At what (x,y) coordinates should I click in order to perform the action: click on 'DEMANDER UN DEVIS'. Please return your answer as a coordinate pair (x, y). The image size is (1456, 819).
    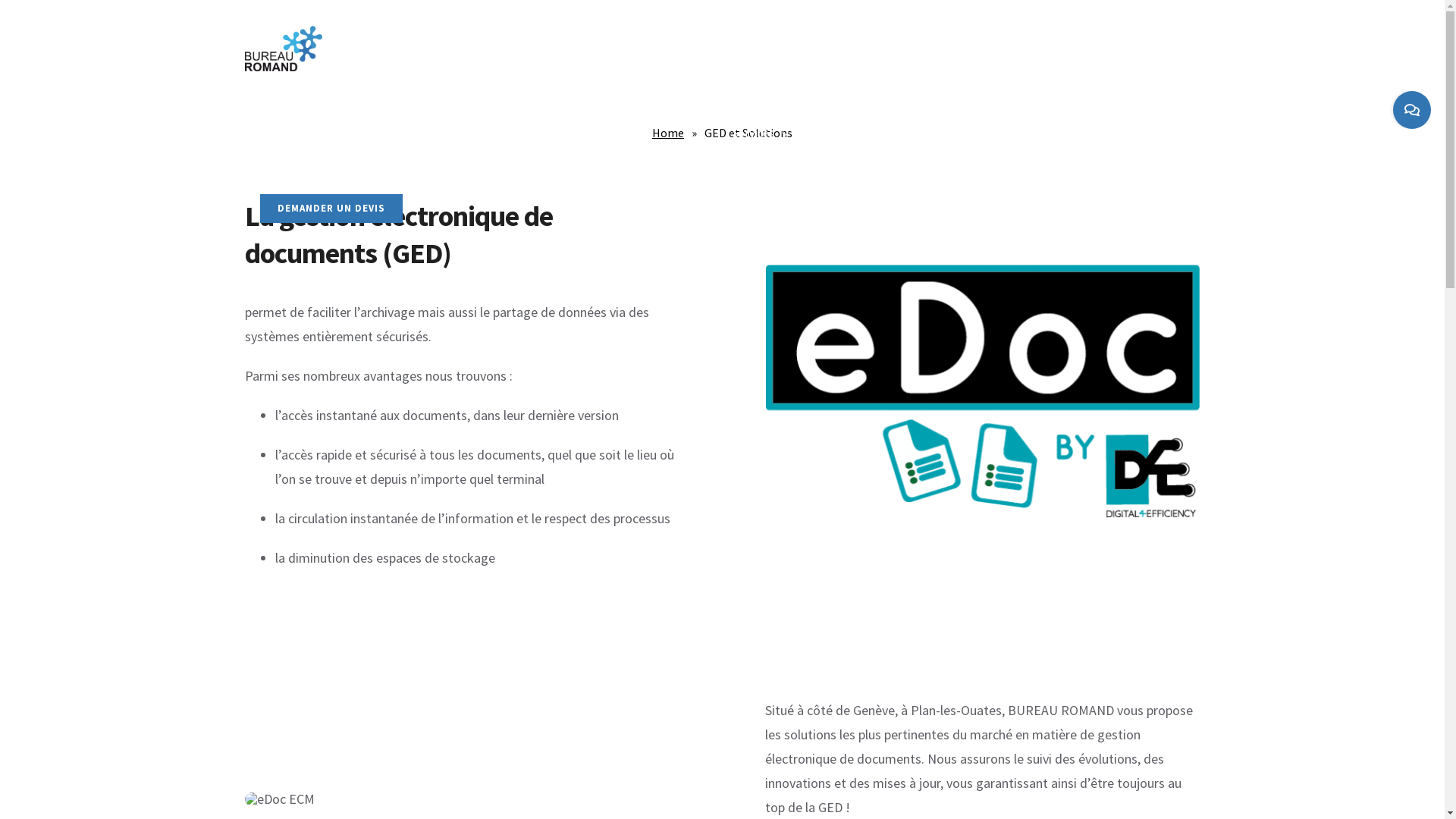
    Looking at the image, I should click on (330, 208).